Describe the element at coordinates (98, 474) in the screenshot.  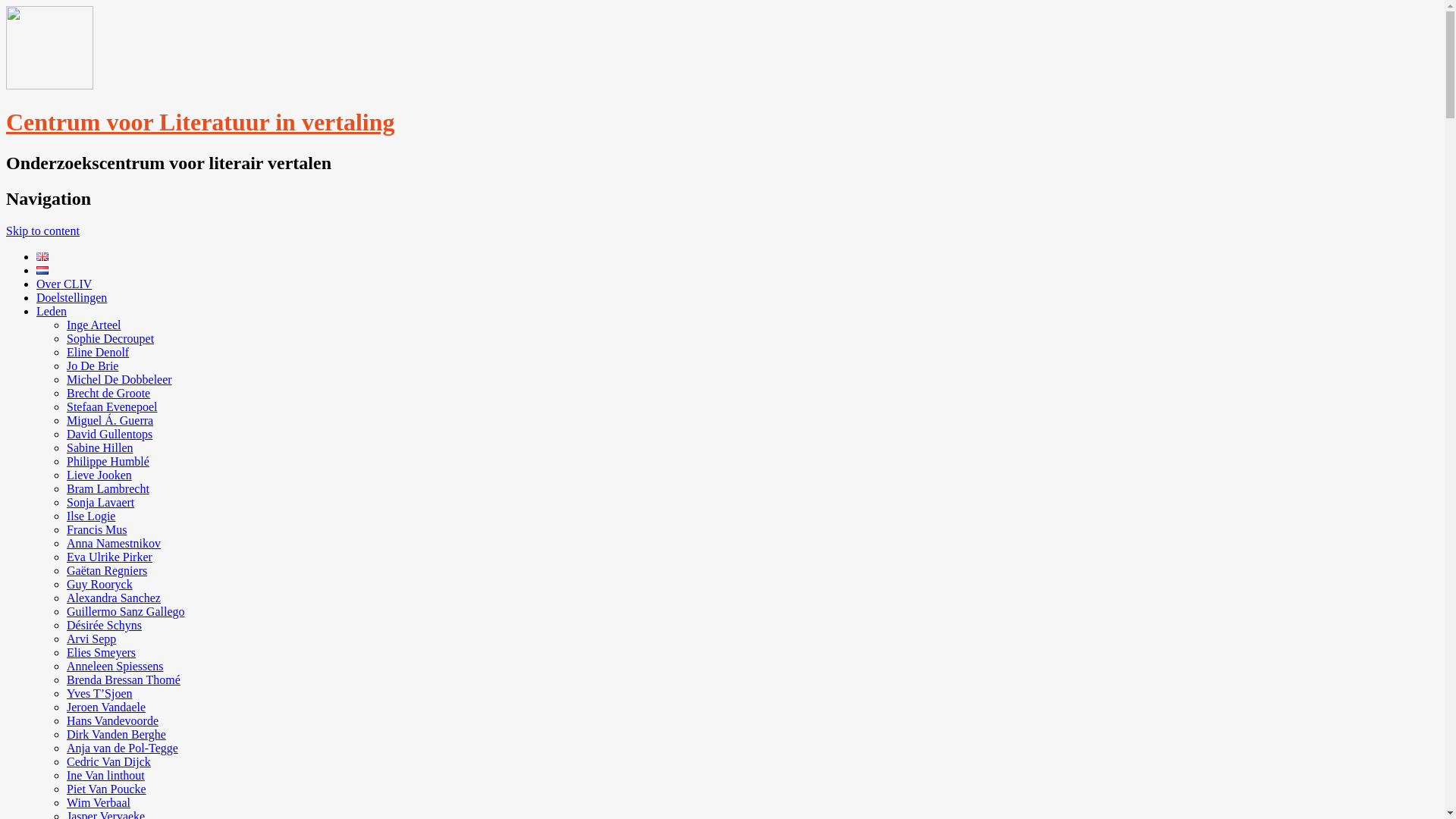
I see `'Lieve Jooken'` at that location.